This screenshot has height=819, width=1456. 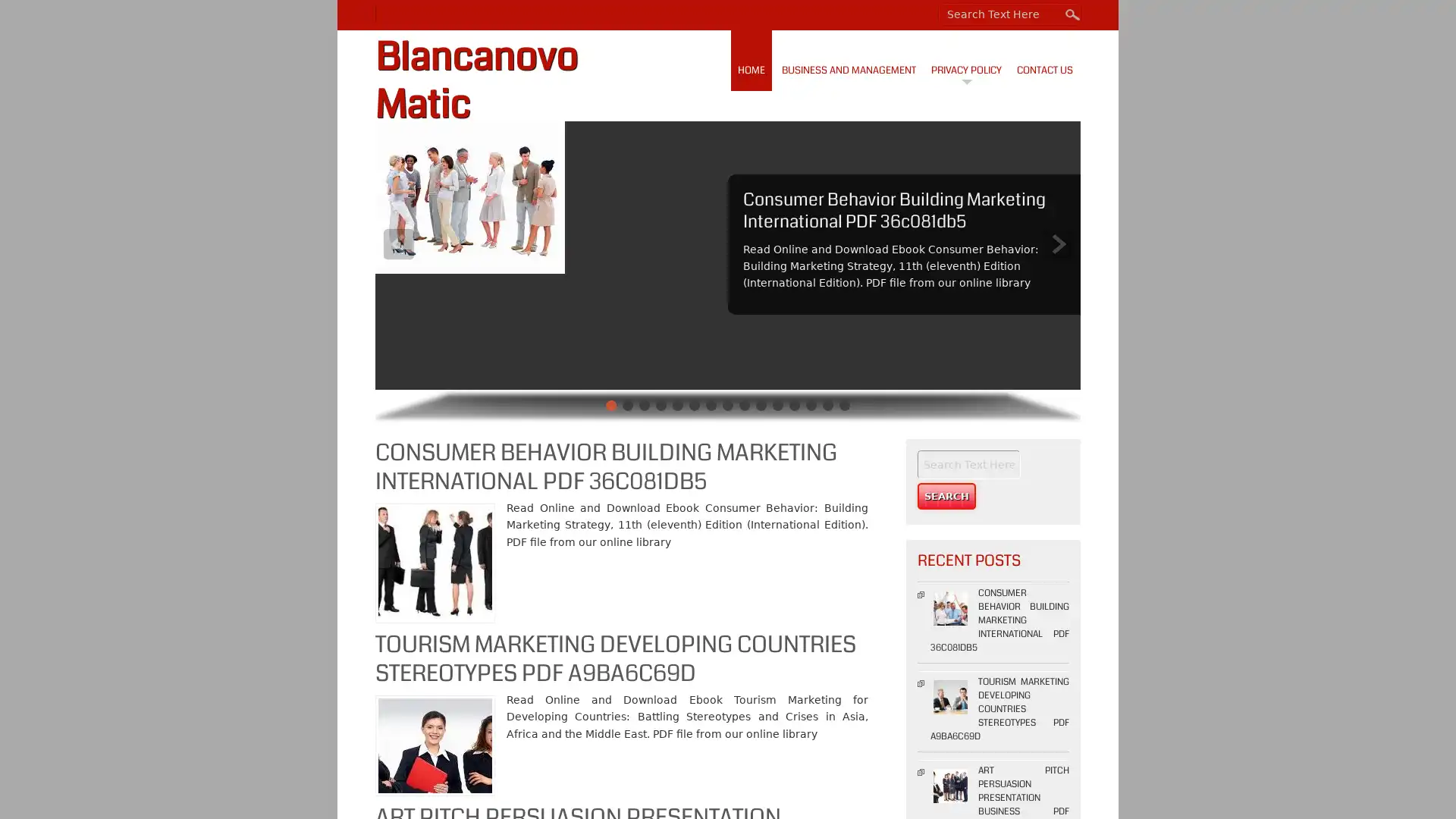 What do you see at coordinates (946, 496) in the screenshot?
I see `Search` at bounding box center [946, 496].